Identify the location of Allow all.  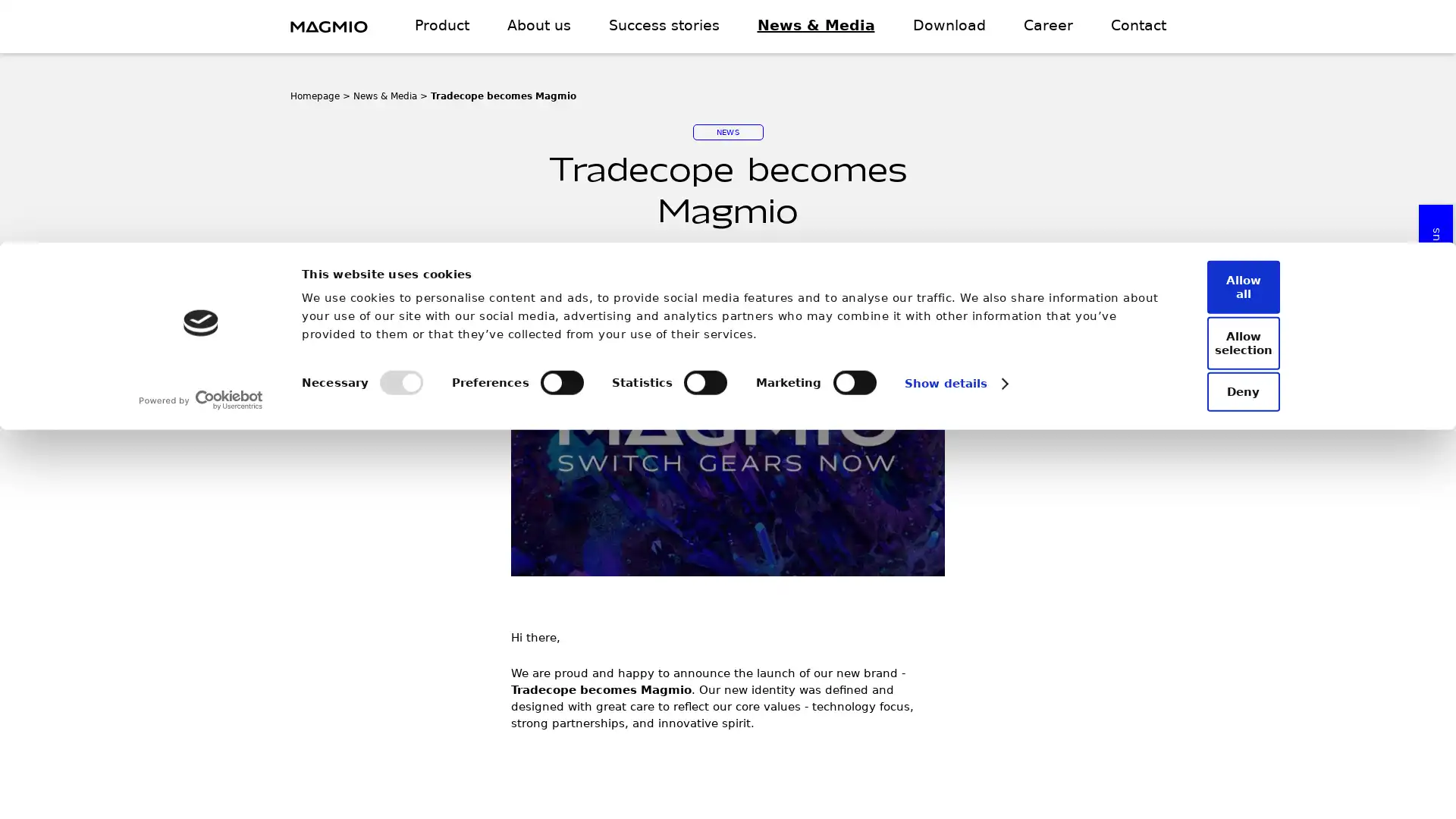
(1226, 686).